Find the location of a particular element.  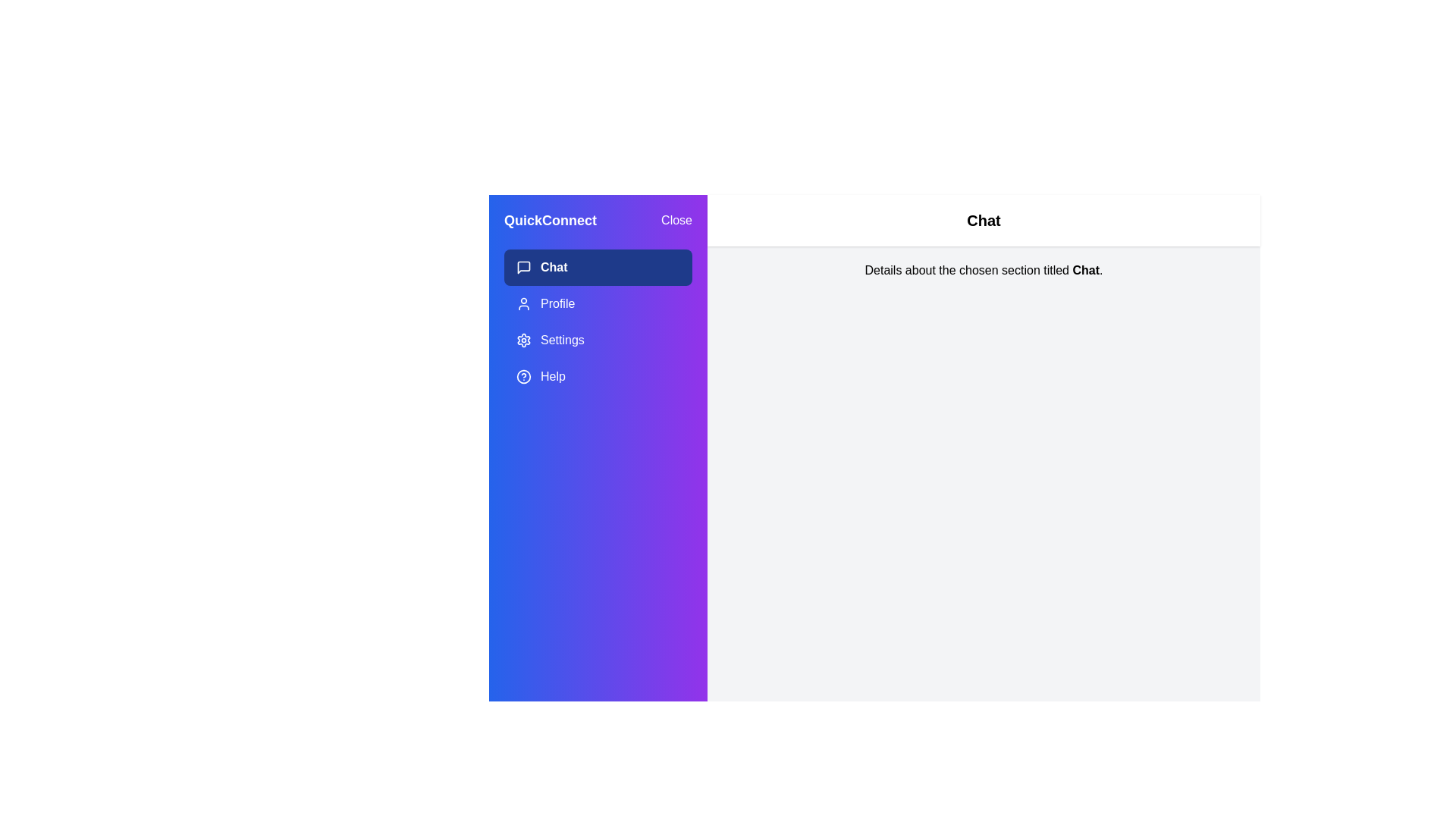

the Help section in the menu is located at coordinates (597, 376).